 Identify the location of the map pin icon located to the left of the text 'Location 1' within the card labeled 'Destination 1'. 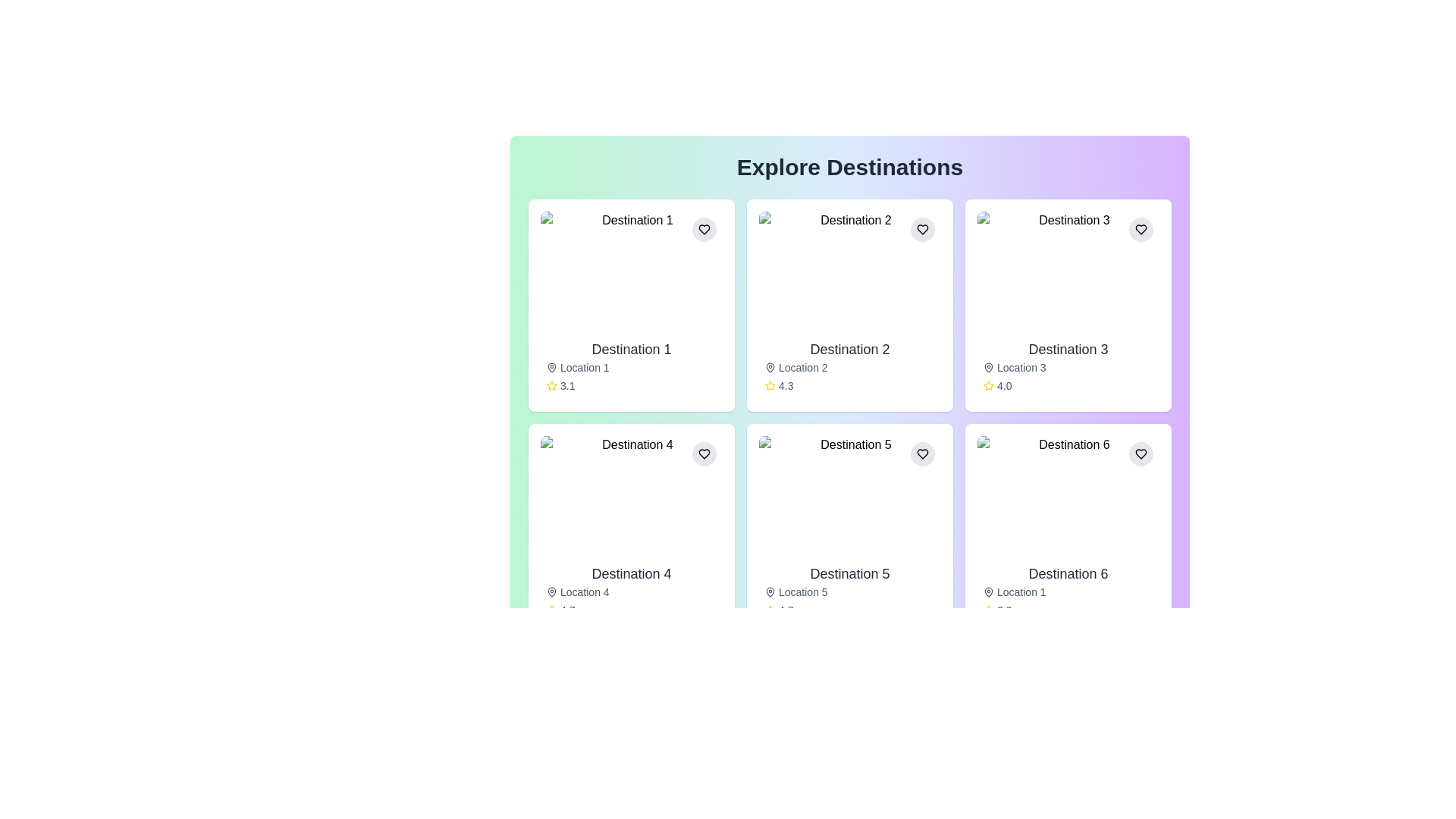
(551, 368).